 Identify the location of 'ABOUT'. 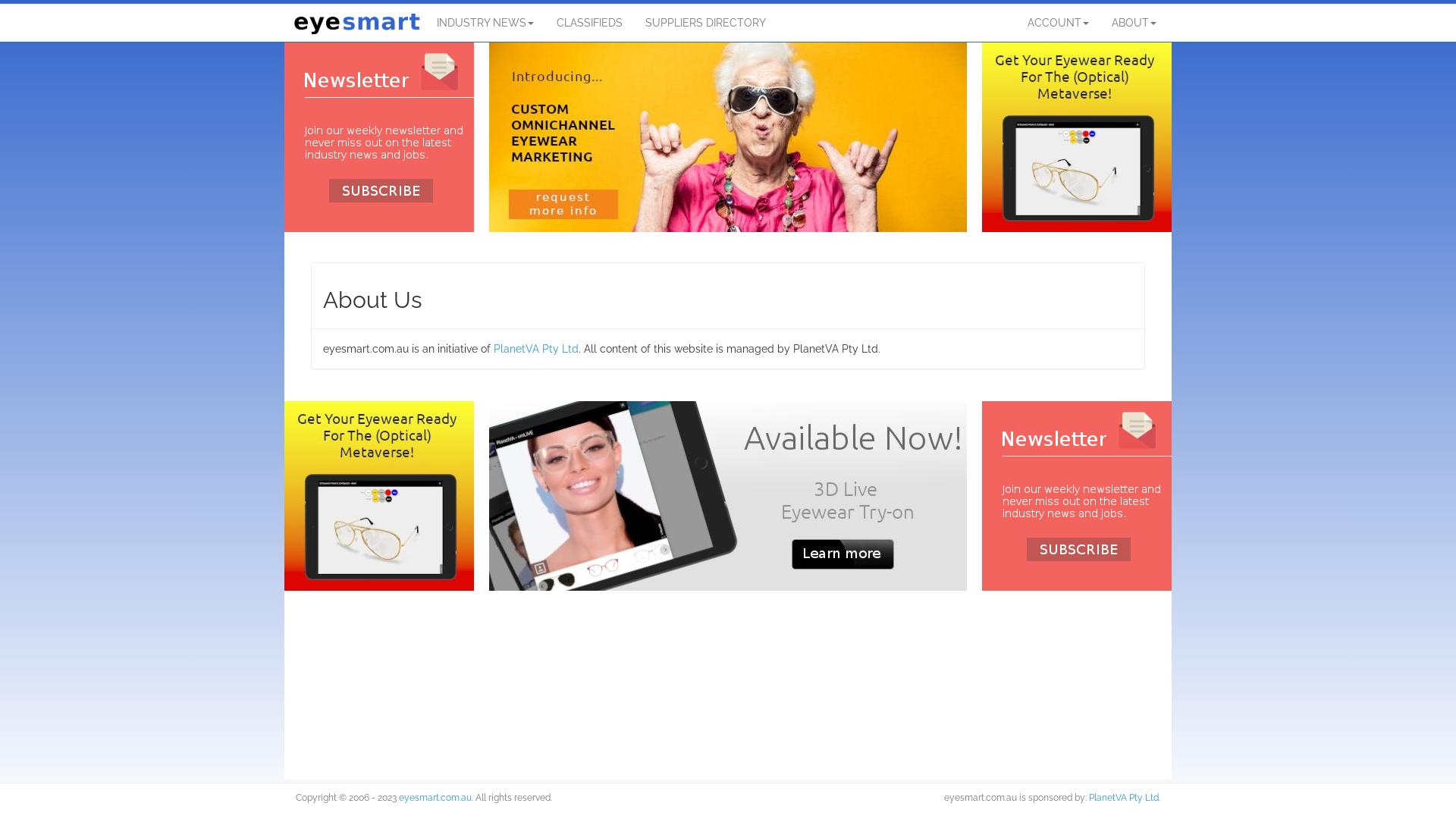
(1134, 23).